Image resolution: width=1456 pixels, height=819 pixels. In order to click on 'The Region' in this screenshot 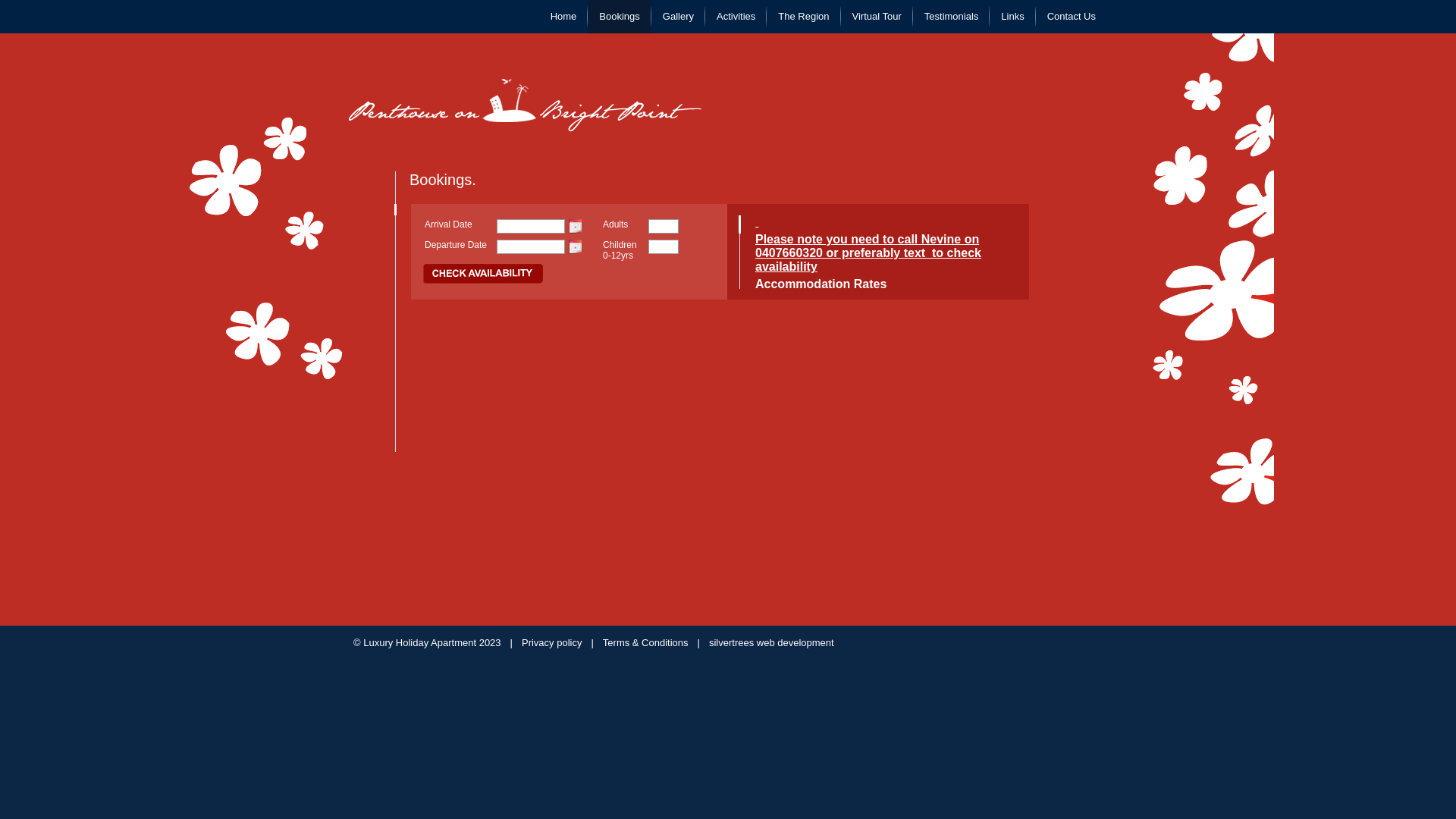, I will do `click(802, 17)`.